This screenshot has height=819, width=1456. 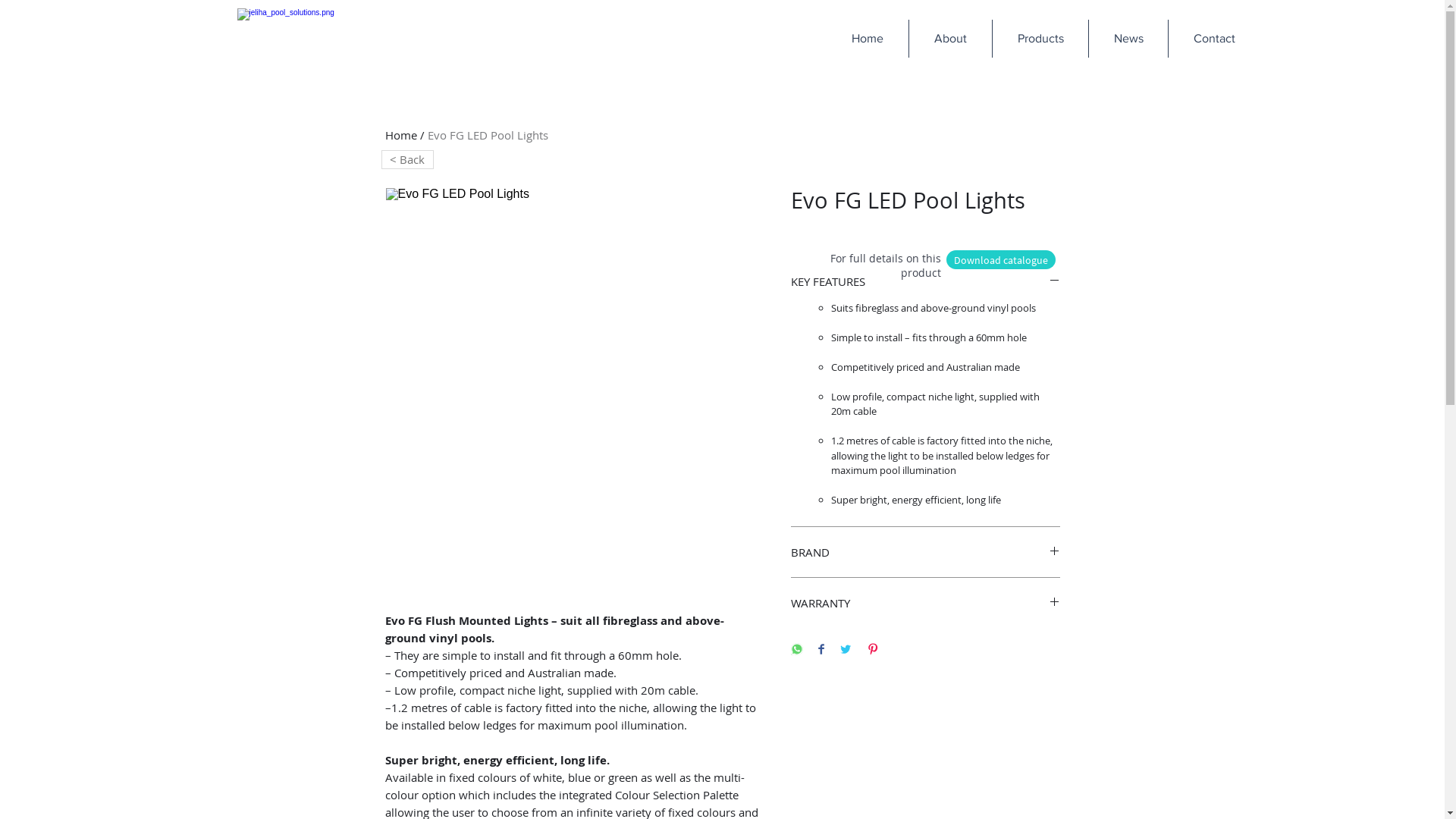 I want to click on 'KEY FEATURES', so click(x=924, y=281).